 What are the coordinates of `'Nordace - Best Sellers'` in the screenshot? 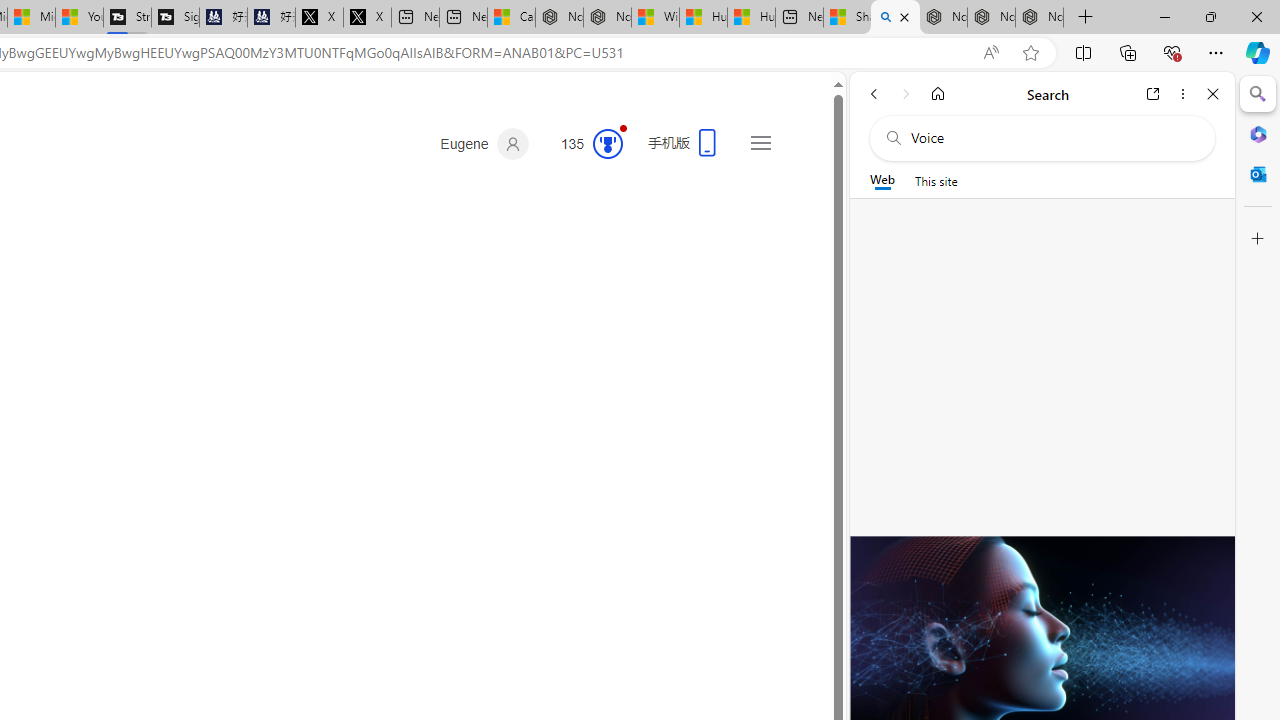 It's located at (942, 17).